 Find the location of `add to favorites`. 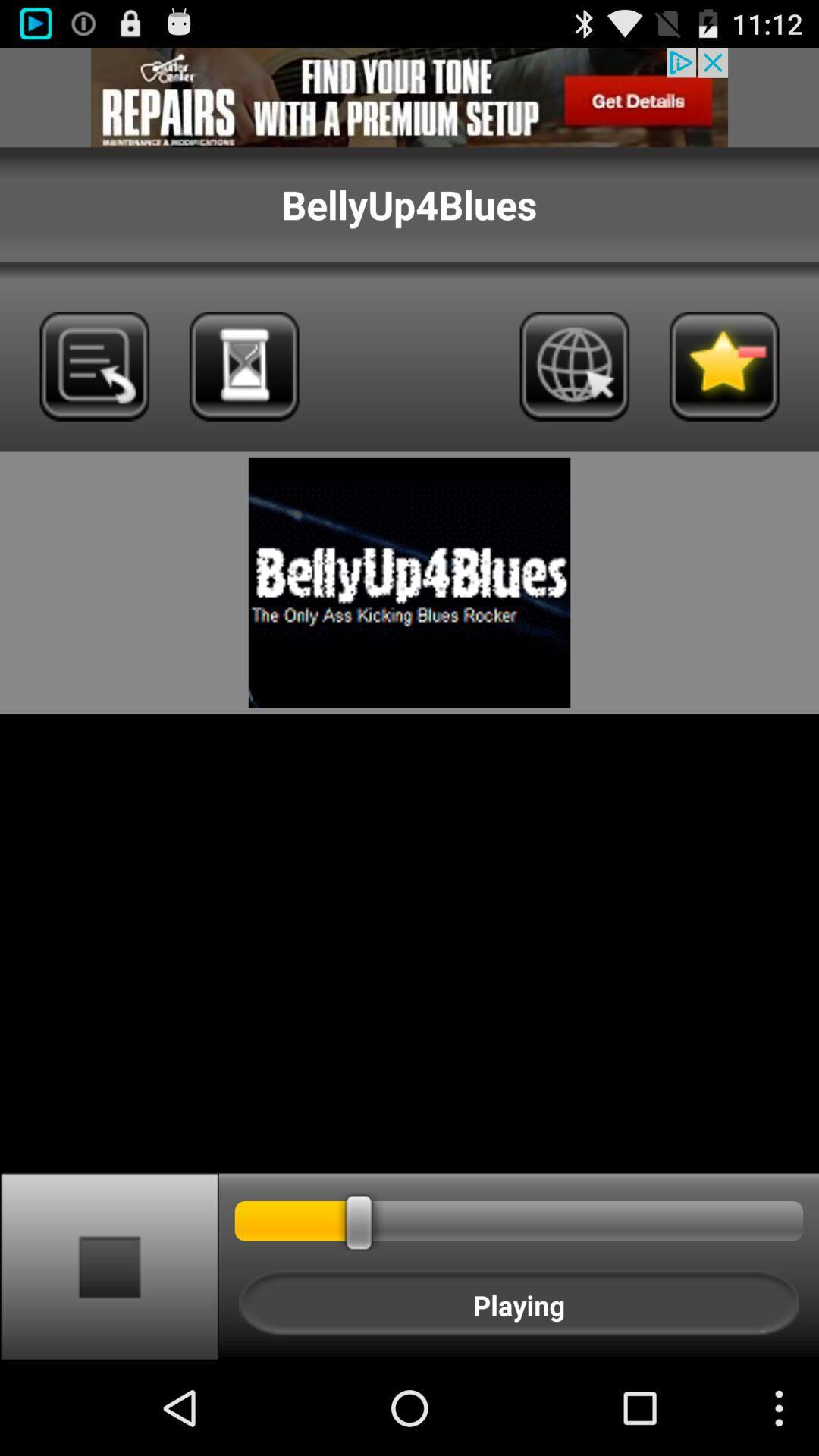

add to favorites is located at coordinates (723, 366).